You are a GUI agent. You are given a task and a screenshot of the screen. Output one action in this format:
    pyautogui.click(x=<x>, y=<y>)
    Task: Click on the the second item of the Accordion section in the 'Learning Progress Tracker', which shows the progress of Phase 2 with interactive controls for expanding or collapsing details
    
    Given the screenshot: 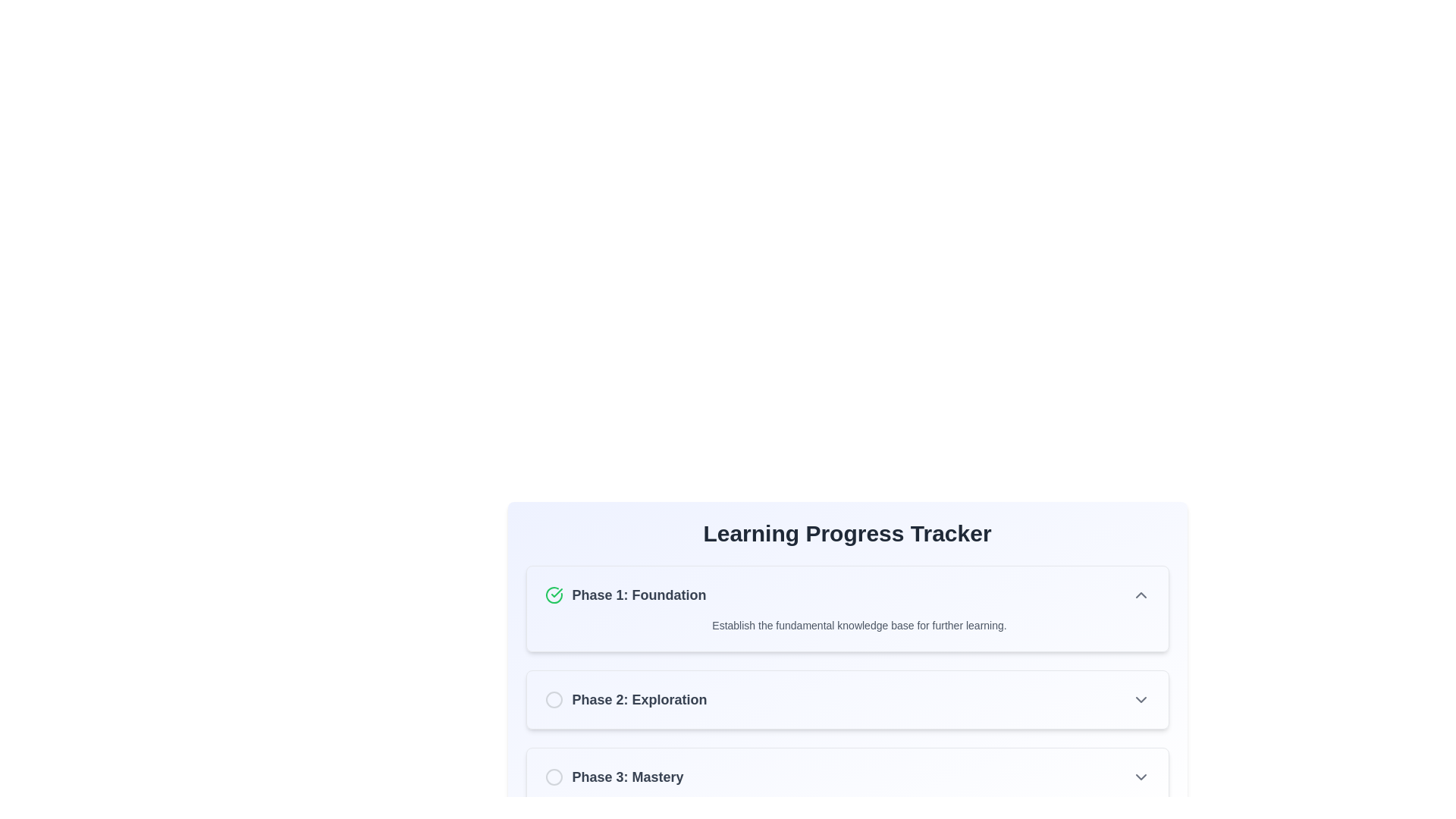 What is the action you would take?
    pyautogui.click(x=846, y=686)
    